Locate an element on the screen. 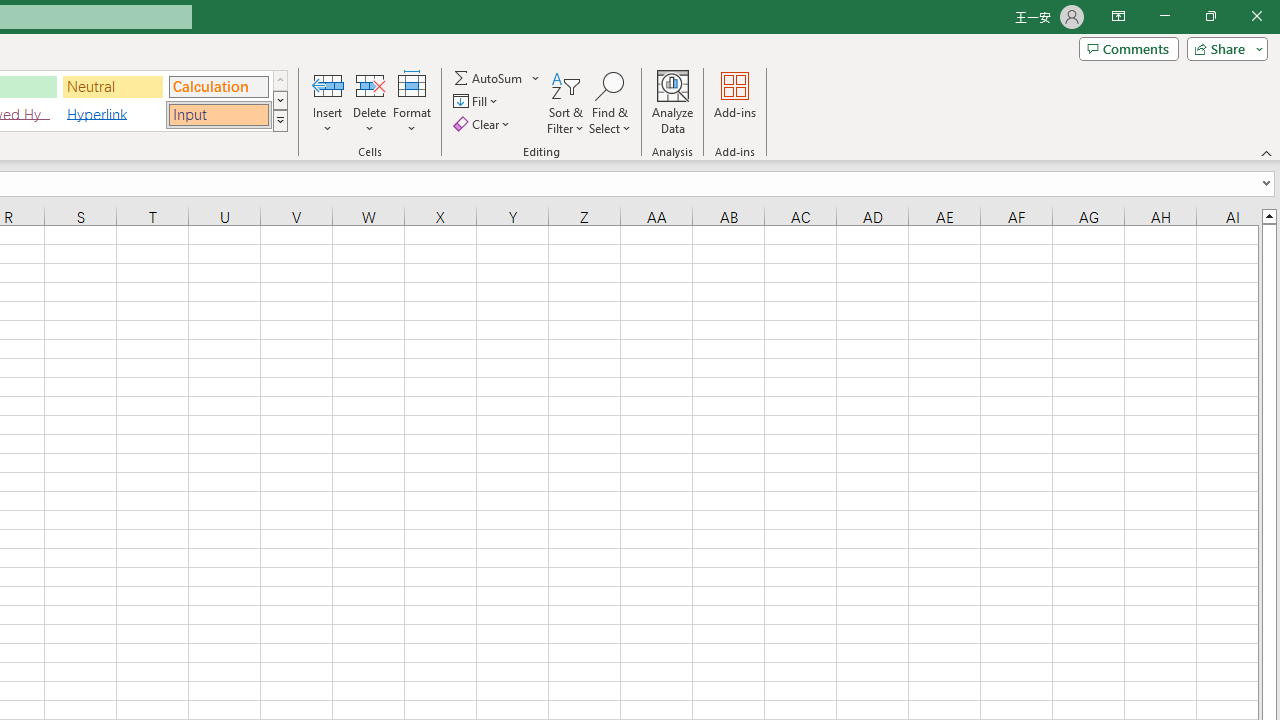 The height and width of the screenshot is (720, 1280). 'Sum' is located at coordinates (489, 77).